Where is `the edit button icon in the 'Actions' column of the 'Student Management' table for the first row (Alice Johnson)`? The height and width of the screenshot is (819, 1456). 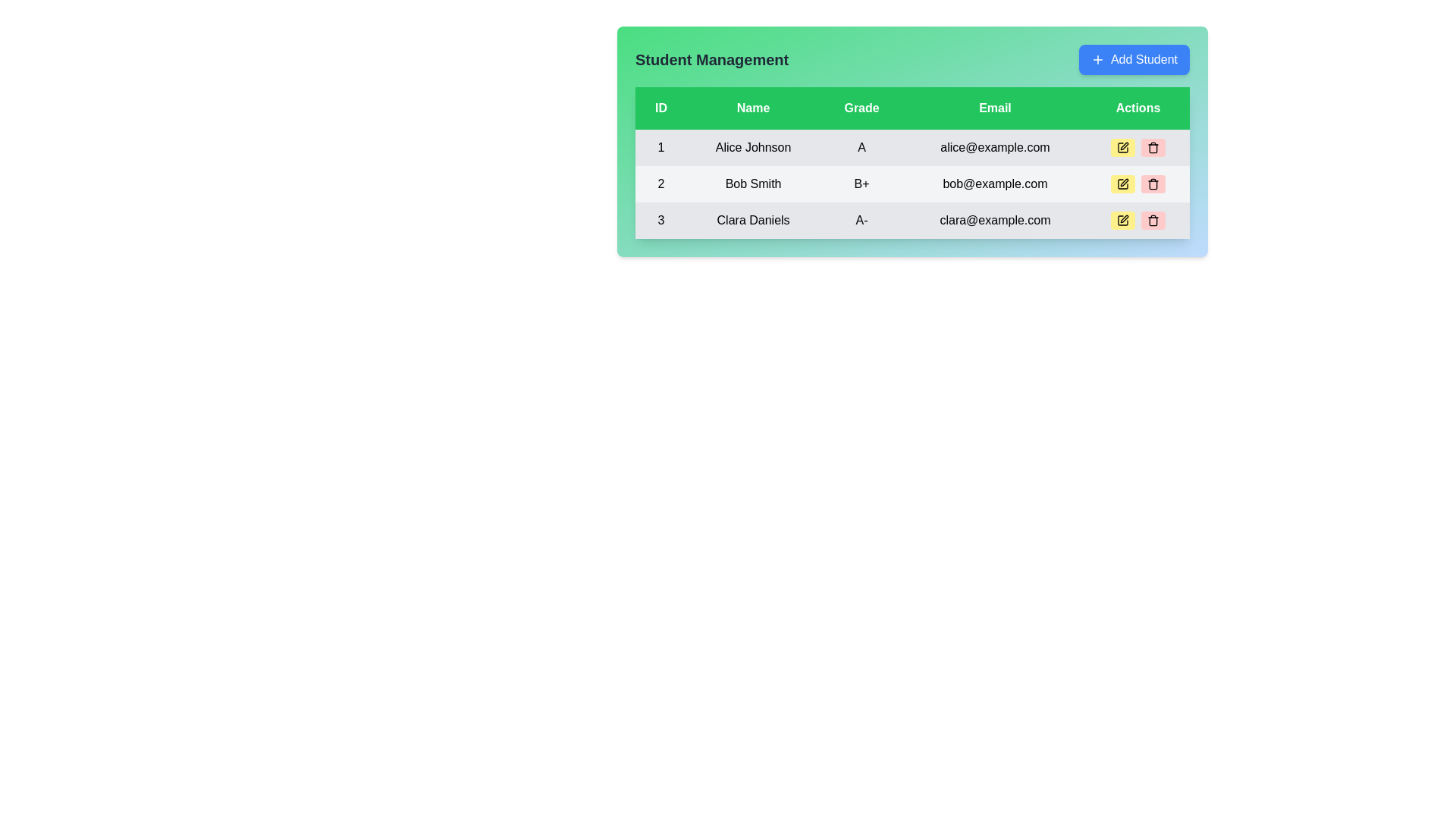
the edit button icon in the 'Actions' column of the 'Student Management' table for the first row (Alice Johnson) is located at coordinates (1125, 146).